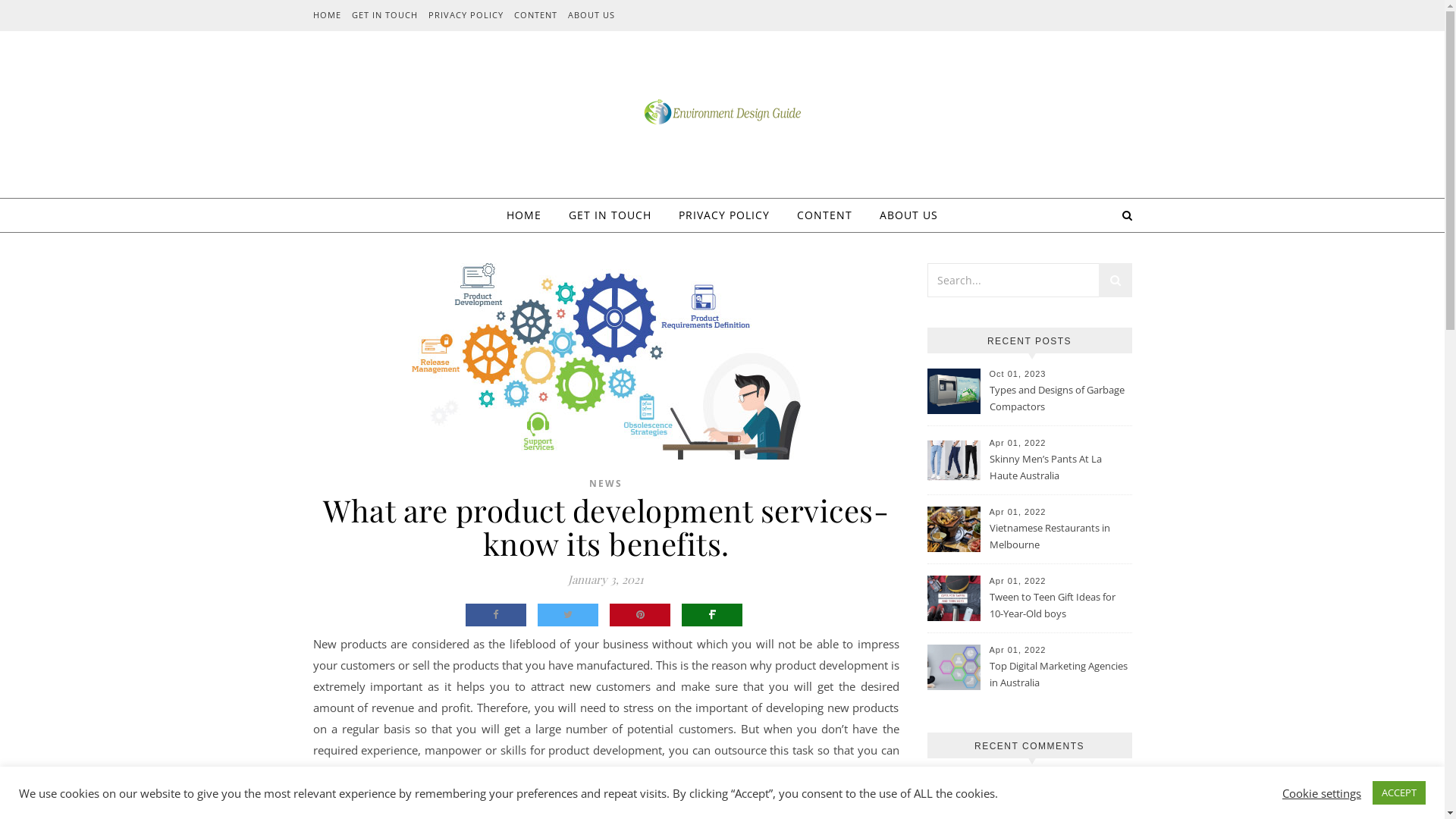 The height and width of the screenshot is (819, 1456). Describe the element at coordinates (1398, 792) in the screenshot. I see `'ACCEPT'` at that location.